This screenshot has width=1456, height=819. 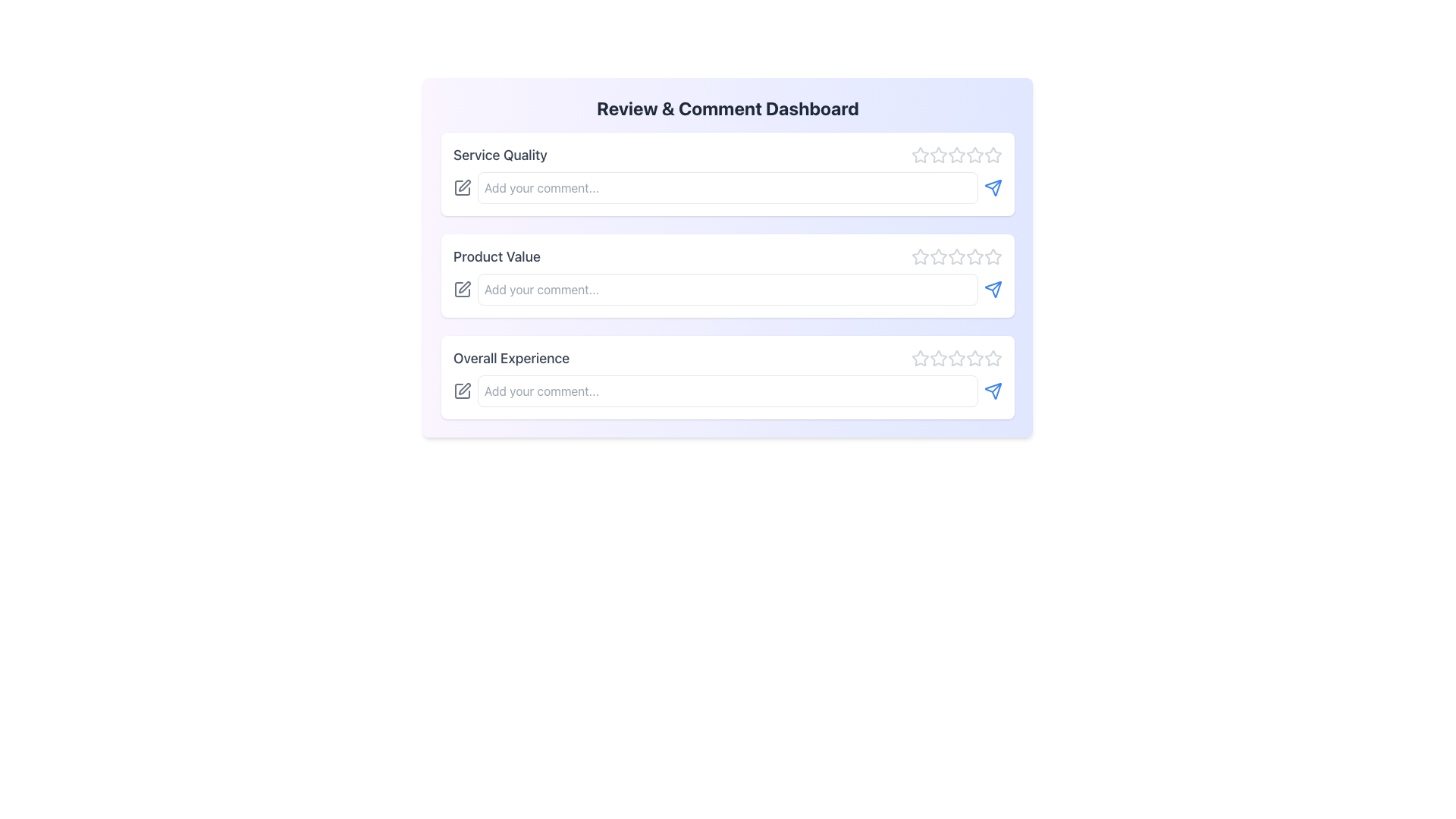 I want to click on the 'Product Value' text label, which is displayed in gray color and located to the left of the star icons in the review interface, so click(x=497, y=256).